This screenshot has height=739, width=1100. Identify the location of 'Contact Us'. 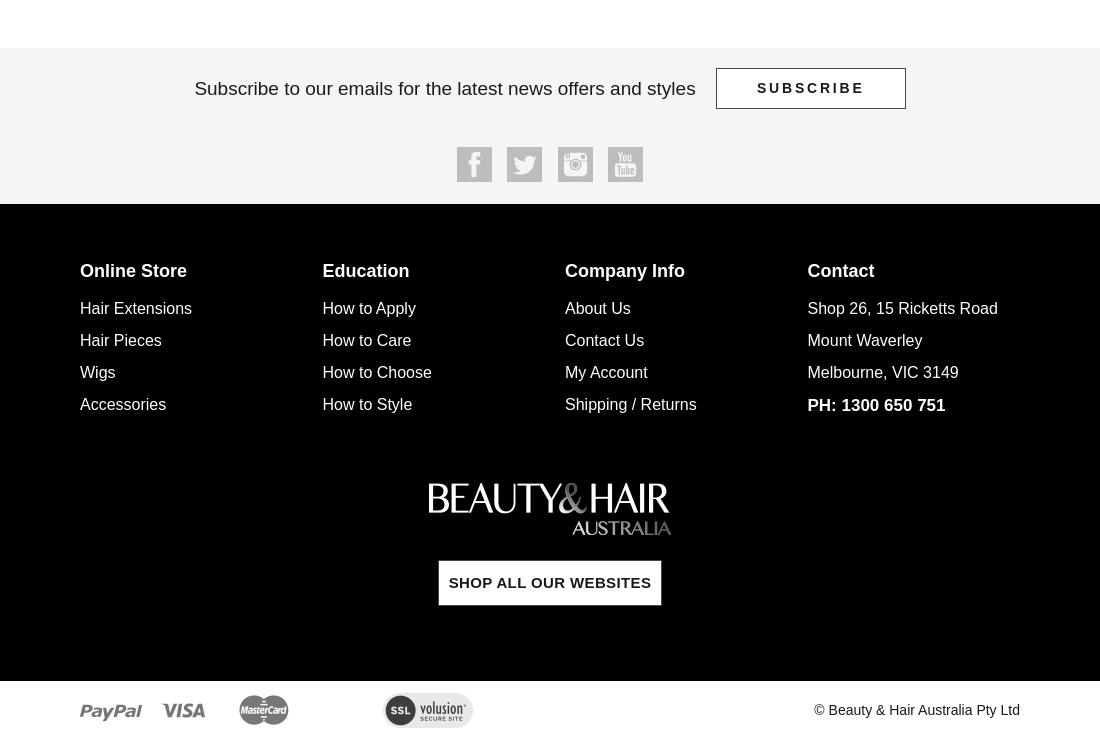
(563, 338).